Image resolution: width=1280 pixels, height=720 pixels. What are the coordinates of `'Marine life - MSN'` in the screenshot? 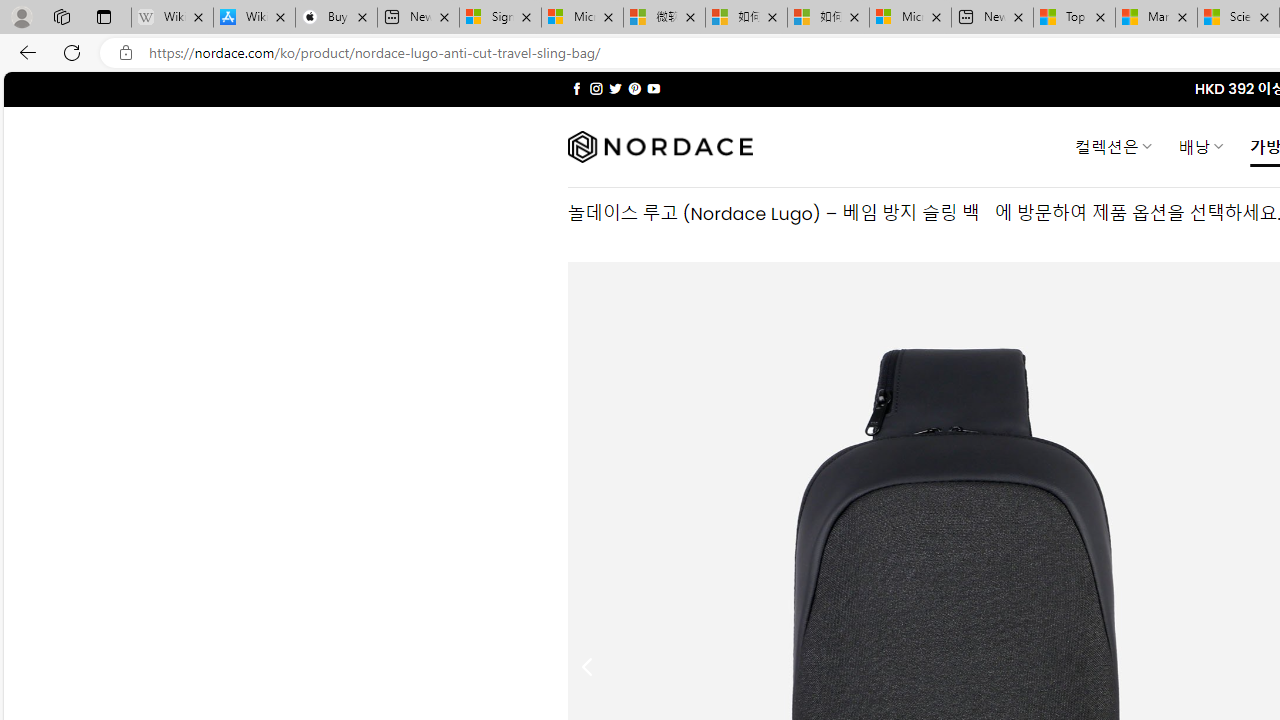 It's located at (1156, 17).